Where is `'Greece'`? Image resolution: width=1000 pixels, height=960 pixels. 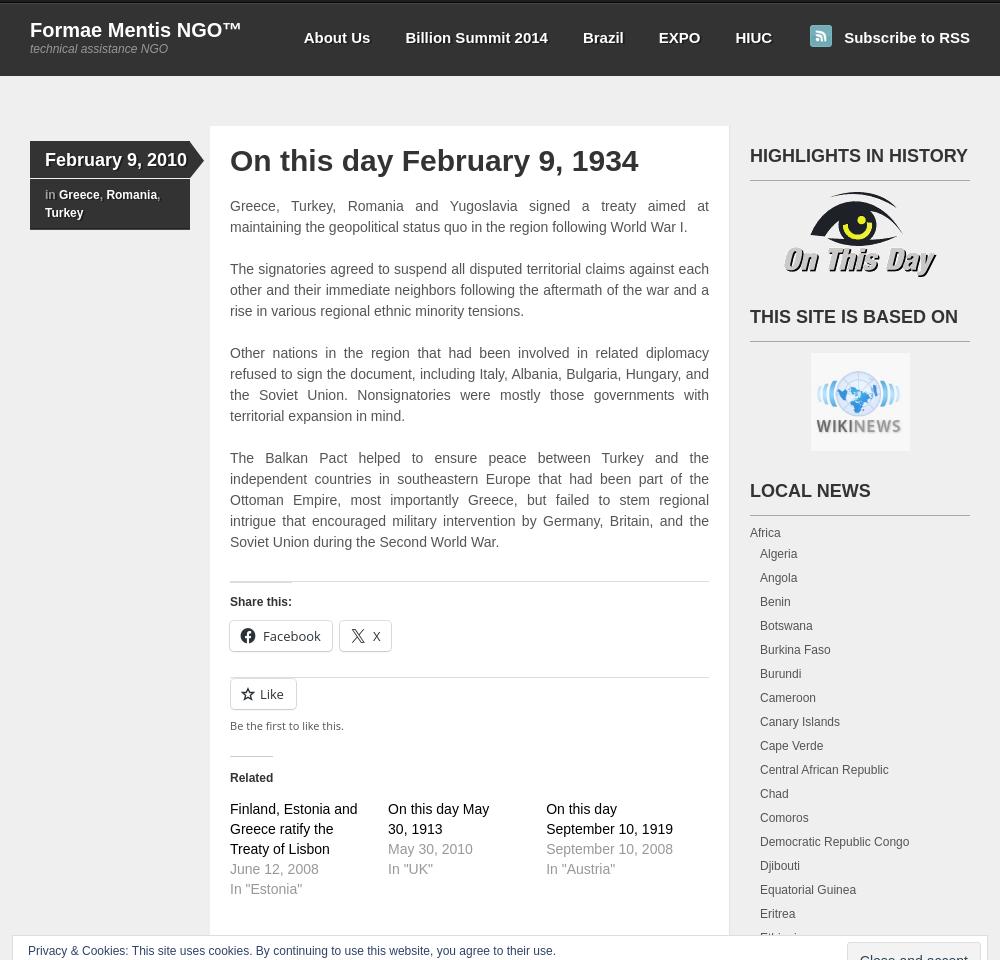 'Greece' is located at coordinates (78, 194).